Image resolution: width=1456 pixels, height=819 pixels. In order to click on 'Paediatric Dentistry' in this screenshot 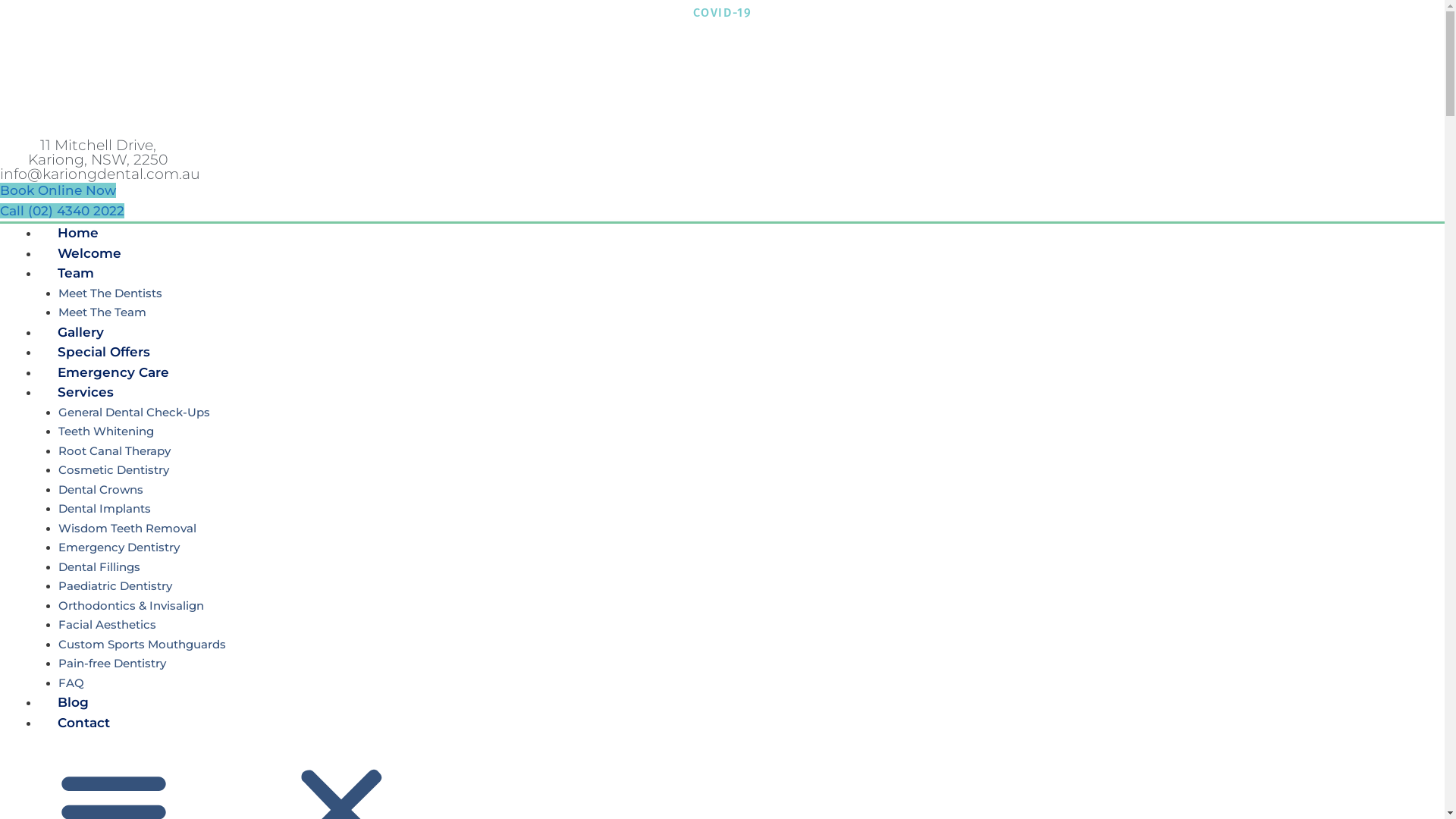, I will do `click(113, 585)`.